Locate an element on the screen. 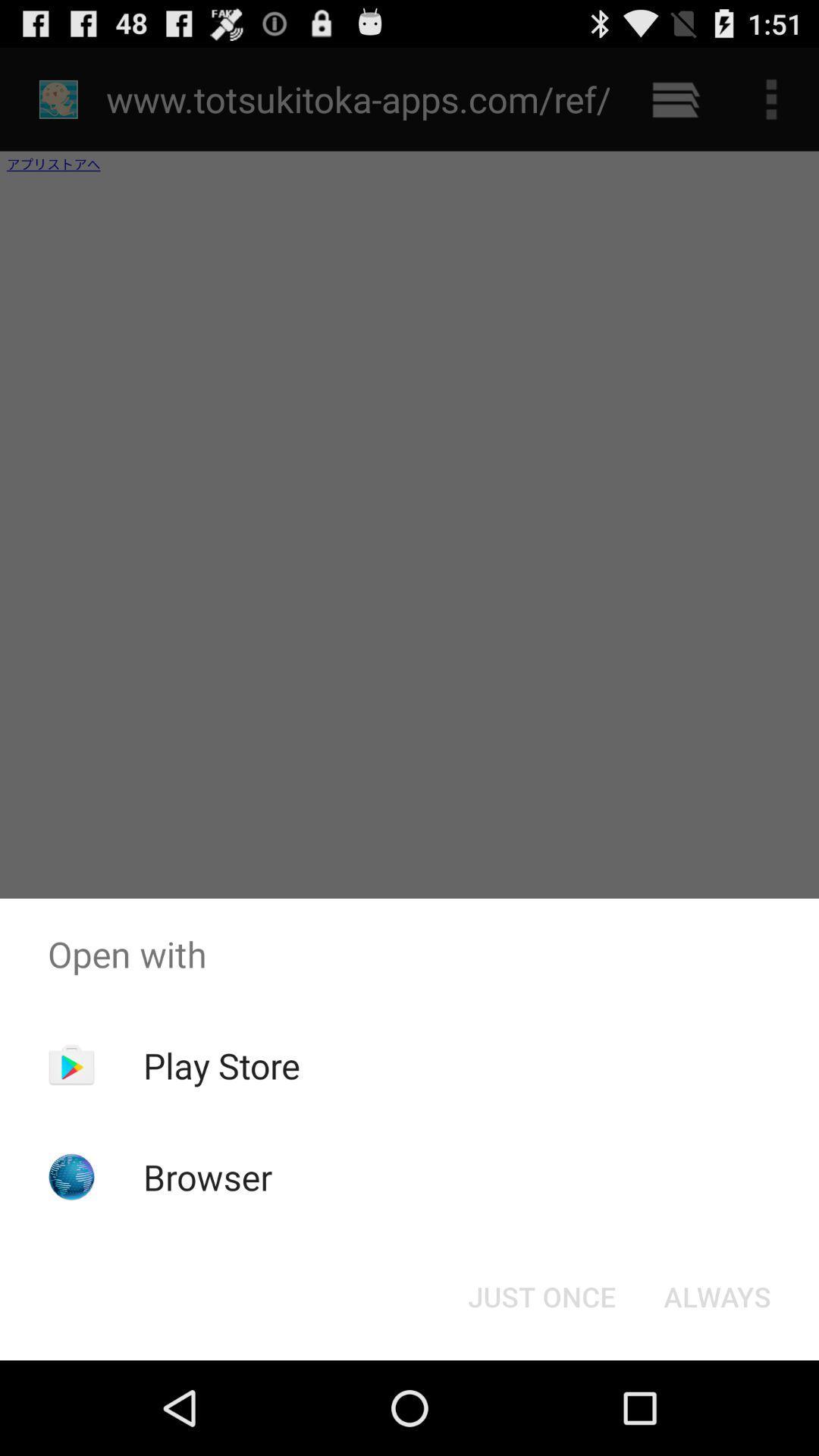 Image resolution: width=819 pixels, height=1456 pixels. just once is located at coordinates (541, 1295).